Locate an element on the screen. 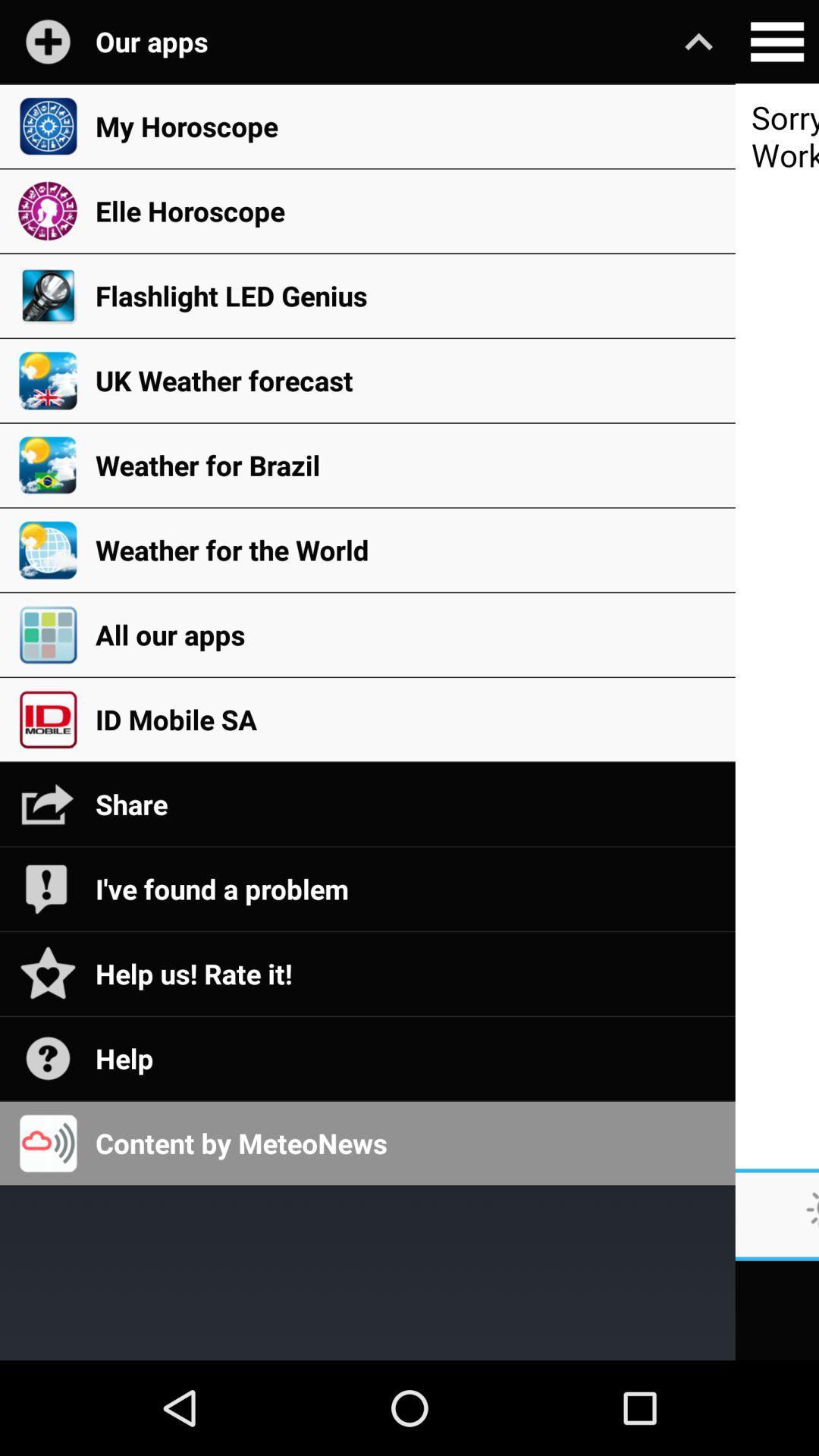  seach is located at coordinates (777, 42).